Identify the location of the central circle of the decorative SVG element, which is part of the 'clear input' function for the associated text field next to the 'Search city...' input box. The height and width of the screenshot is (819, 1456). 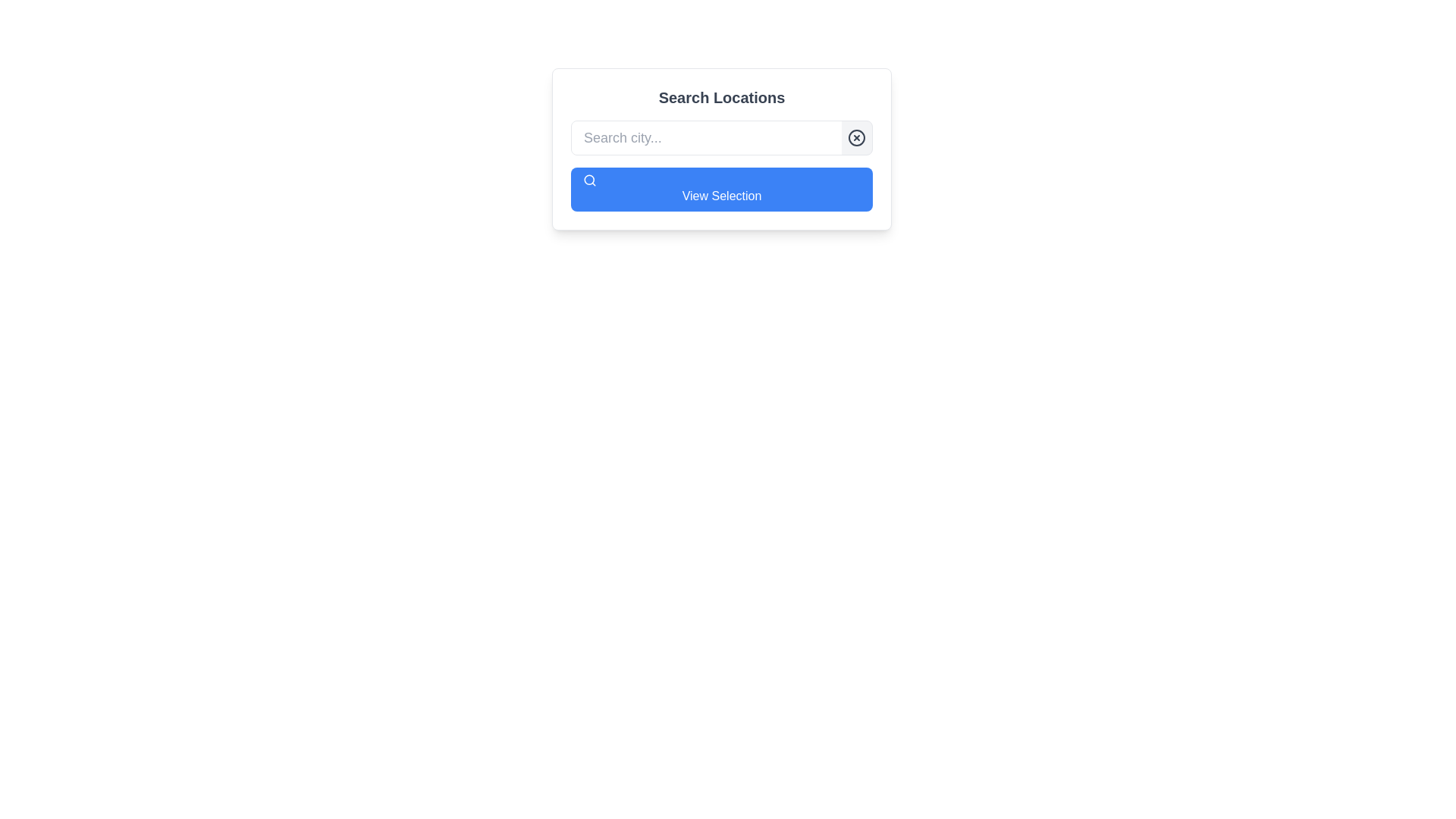
(856, 137).